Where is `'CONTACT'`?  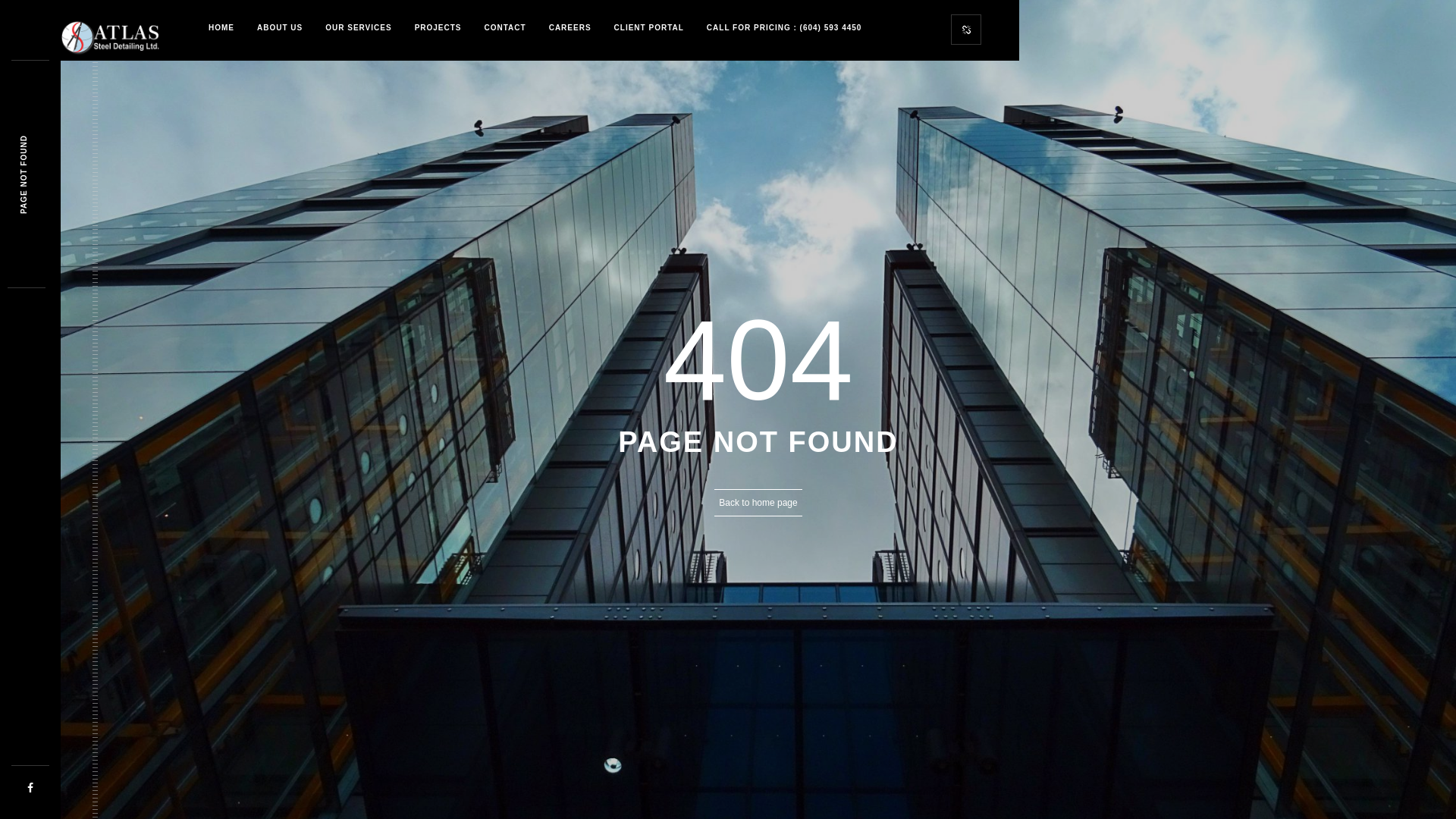
'CONTACT' is located at coordinates (505, 28).